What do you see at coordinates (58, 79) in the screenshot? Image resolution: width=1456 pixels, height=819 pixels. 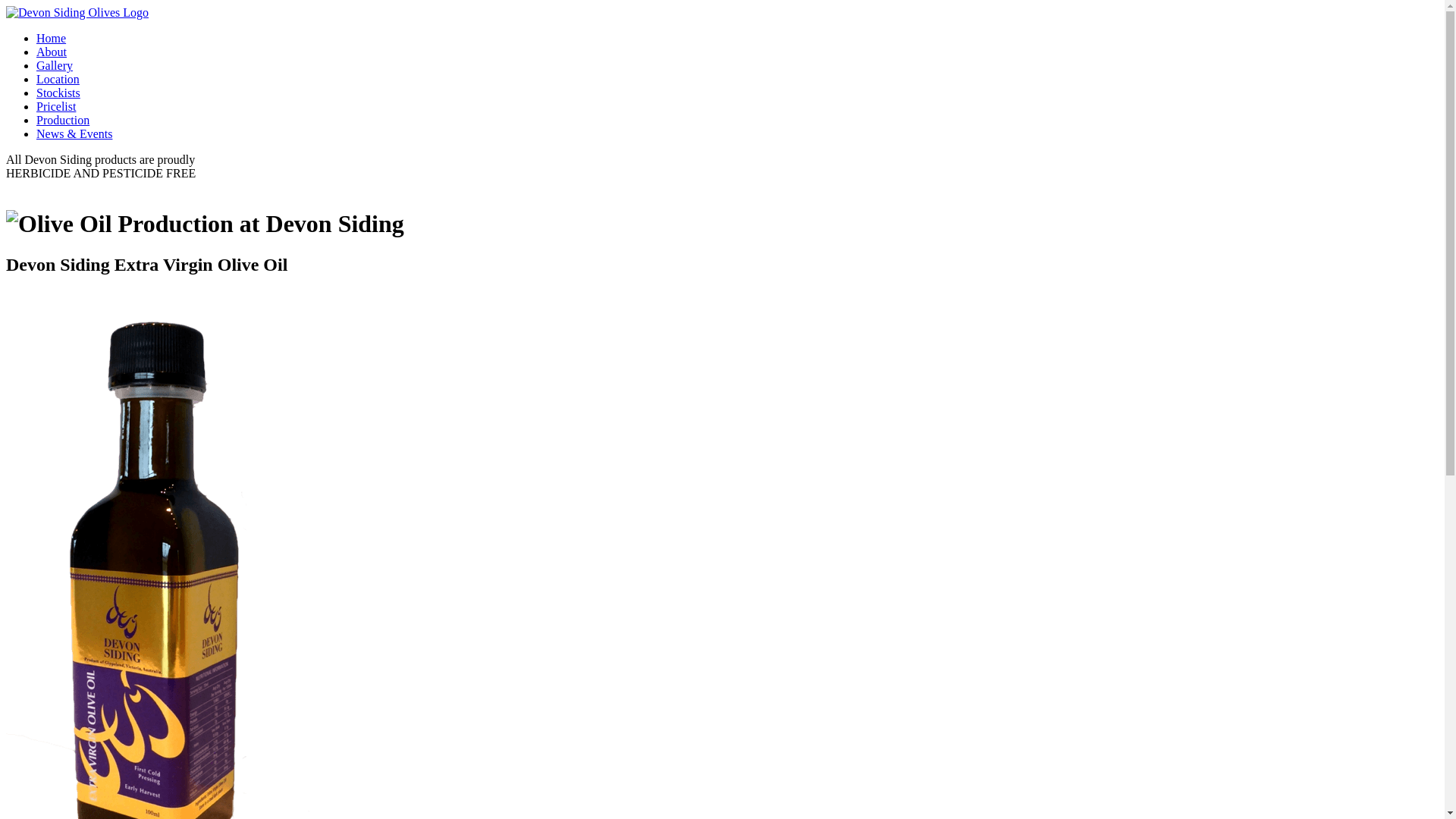 I see `'Location'` at bounding box center [58, 79].